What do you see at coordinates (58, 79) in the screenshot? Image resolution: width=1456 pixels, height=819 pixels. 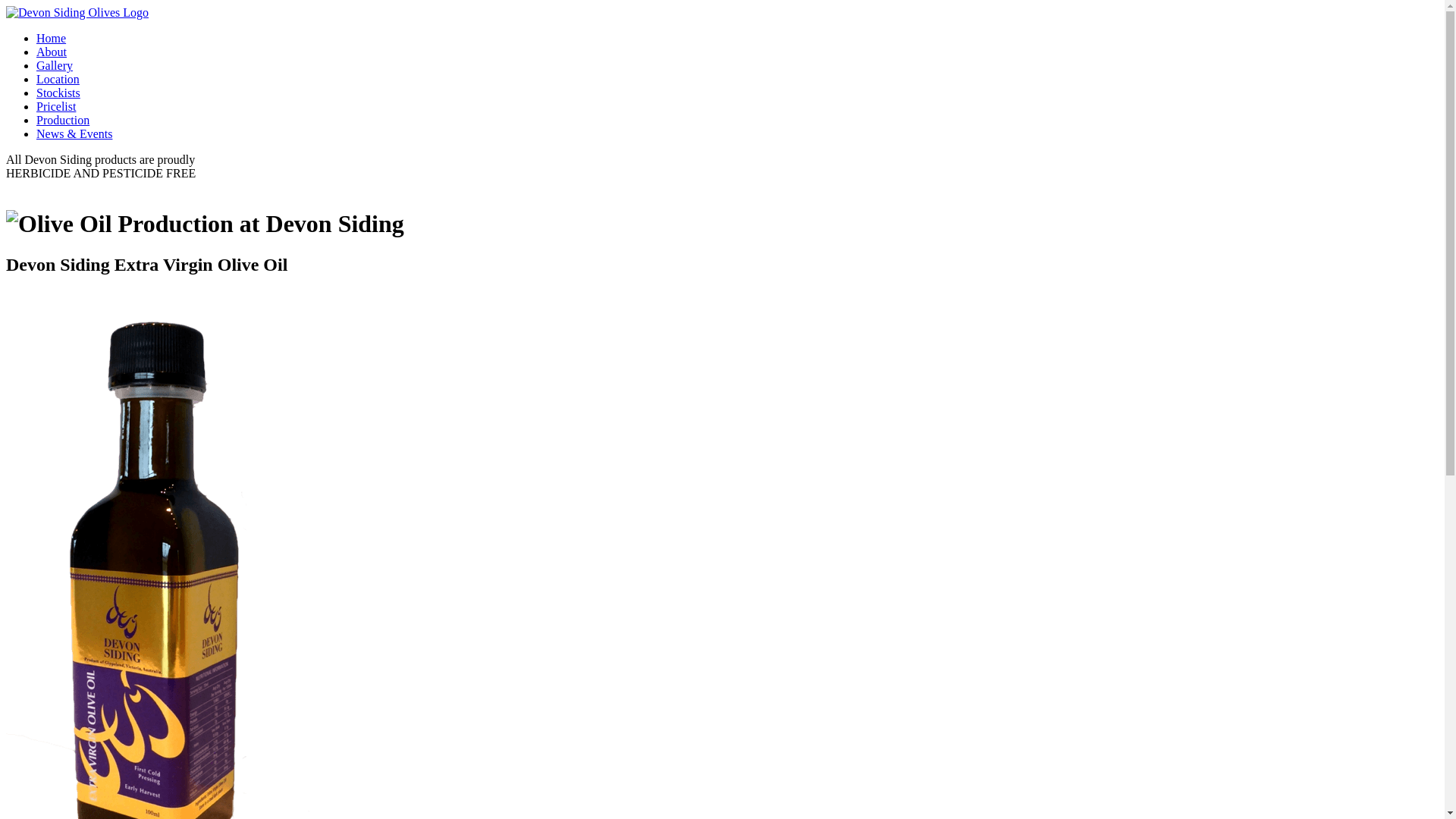 I see `'Location'` at bounding box center [58, 79].